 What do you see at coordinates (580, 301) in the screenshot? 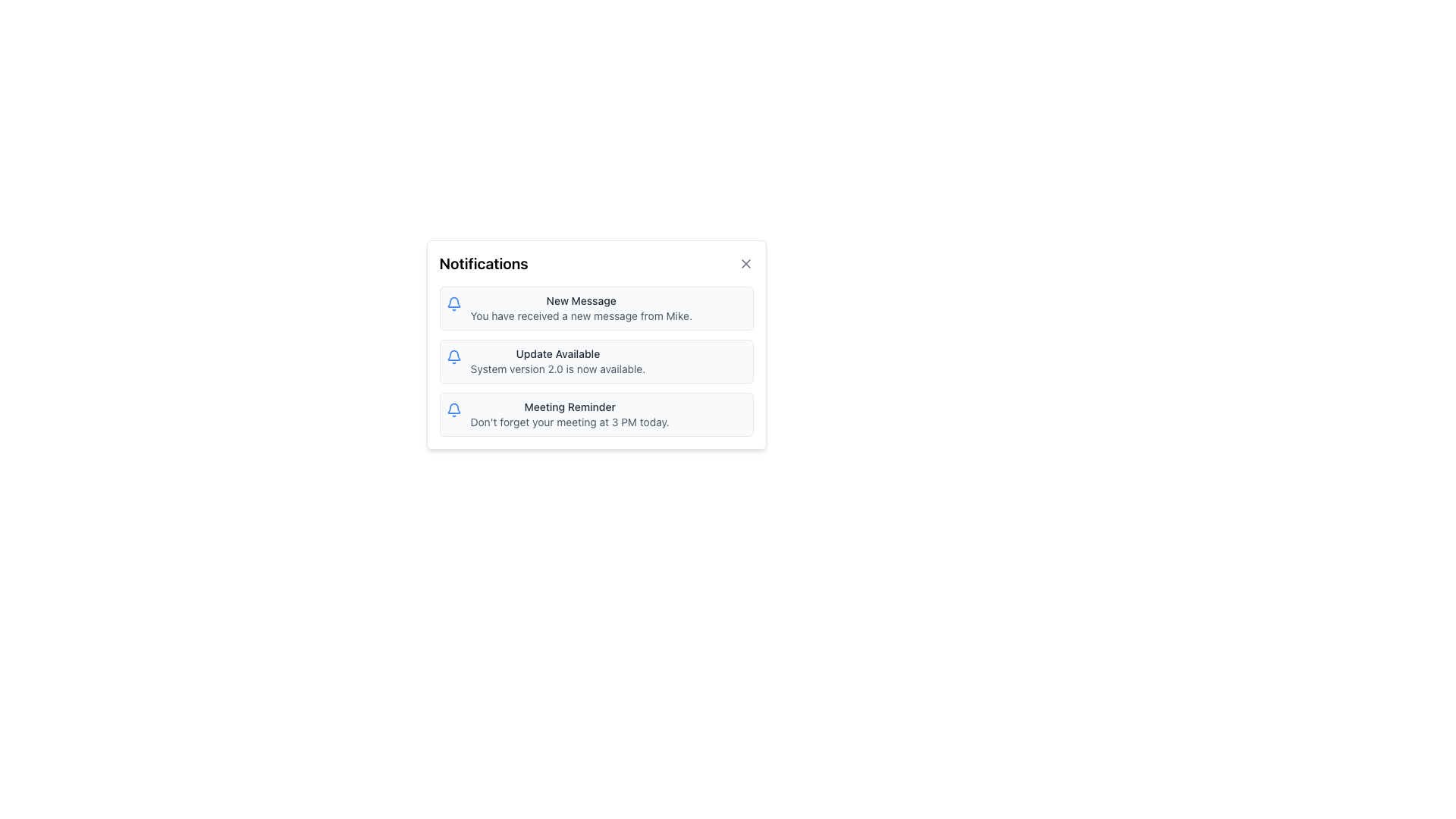
I see `'New Message' text label located at the top of the first notification under the 'Notifications' header` at bounding box center [580, 301].